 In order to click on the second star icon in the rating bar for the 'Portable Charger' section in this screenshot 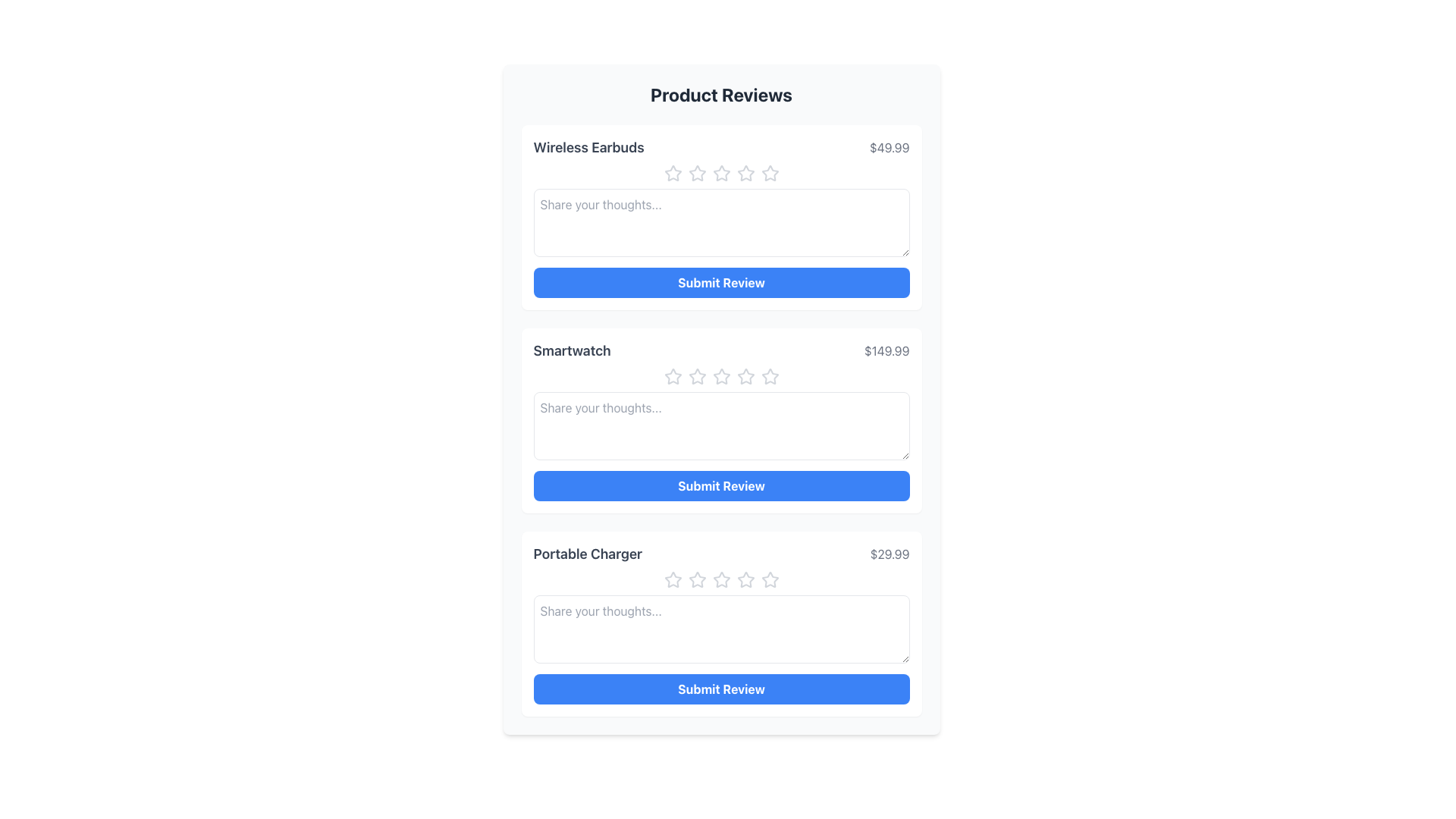, I will do `click(696, 579)`.